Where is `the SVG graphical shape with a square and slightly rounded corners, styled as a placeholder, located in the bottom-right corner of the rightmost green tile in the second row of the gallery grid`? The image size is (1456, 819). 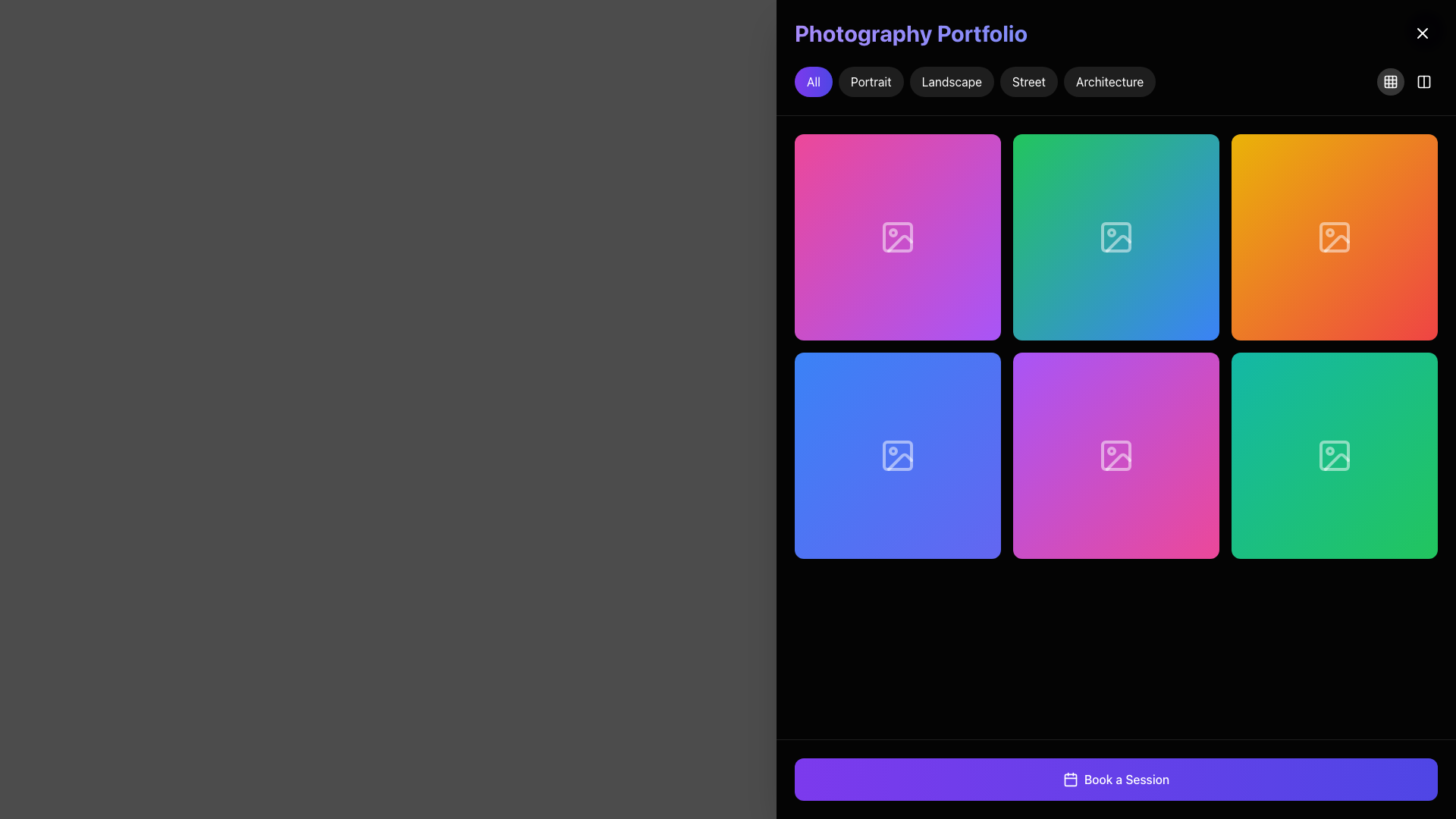
the SVG graphical shape with a square and slightly rounded corners, styled as a placeholder, located in the bottom-right corner of the rightmost green tile in the second row of the gallery grid is located at coordinates (1335, 455).